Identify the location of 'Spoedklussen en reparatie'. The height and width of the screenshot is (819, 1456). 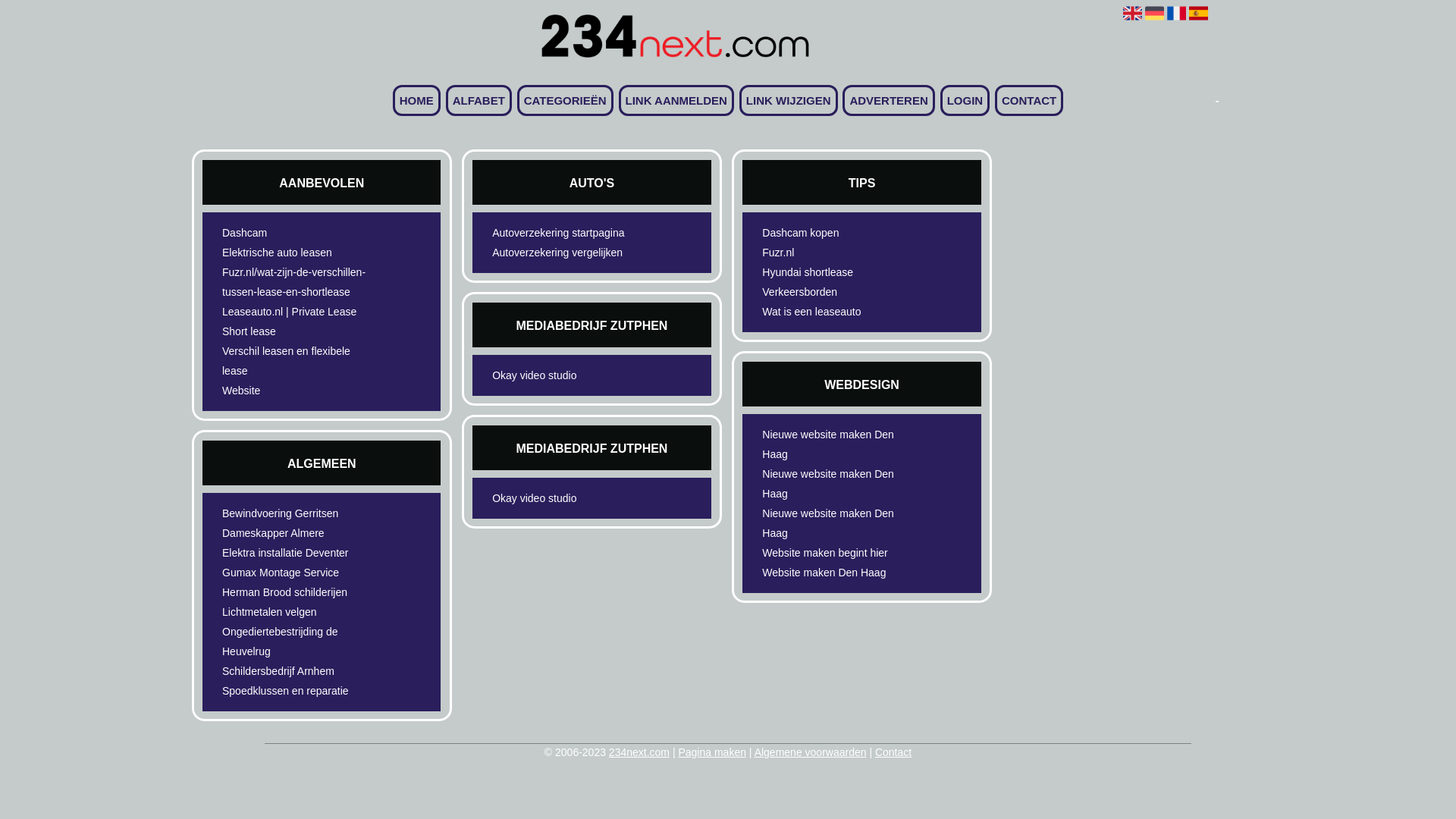
(295, 690).